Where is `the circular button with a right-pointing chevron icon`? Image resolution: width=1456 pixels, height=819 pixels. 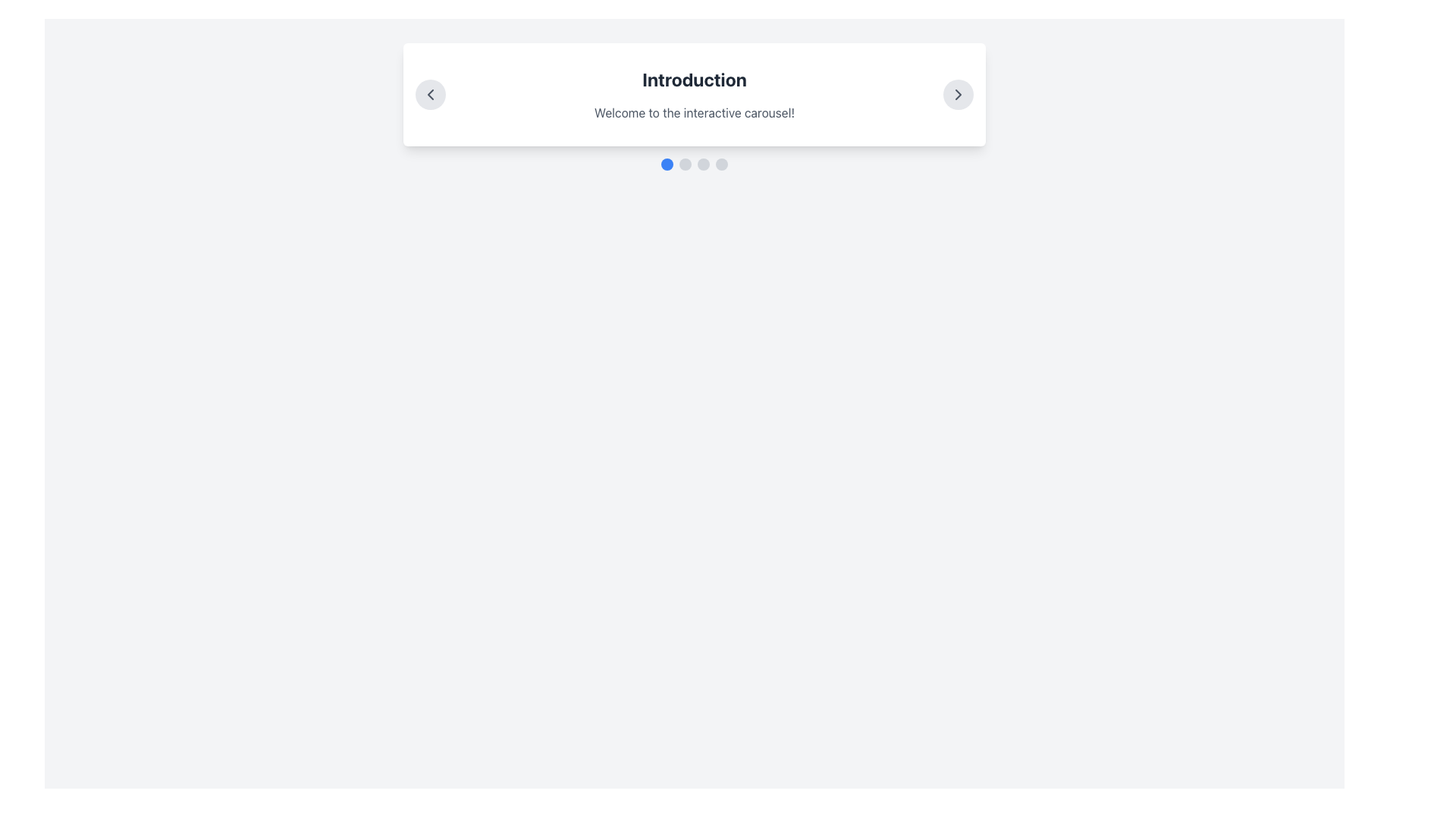 the circular button with a right-pointing chevron icon is located at coordinates (957, 94).